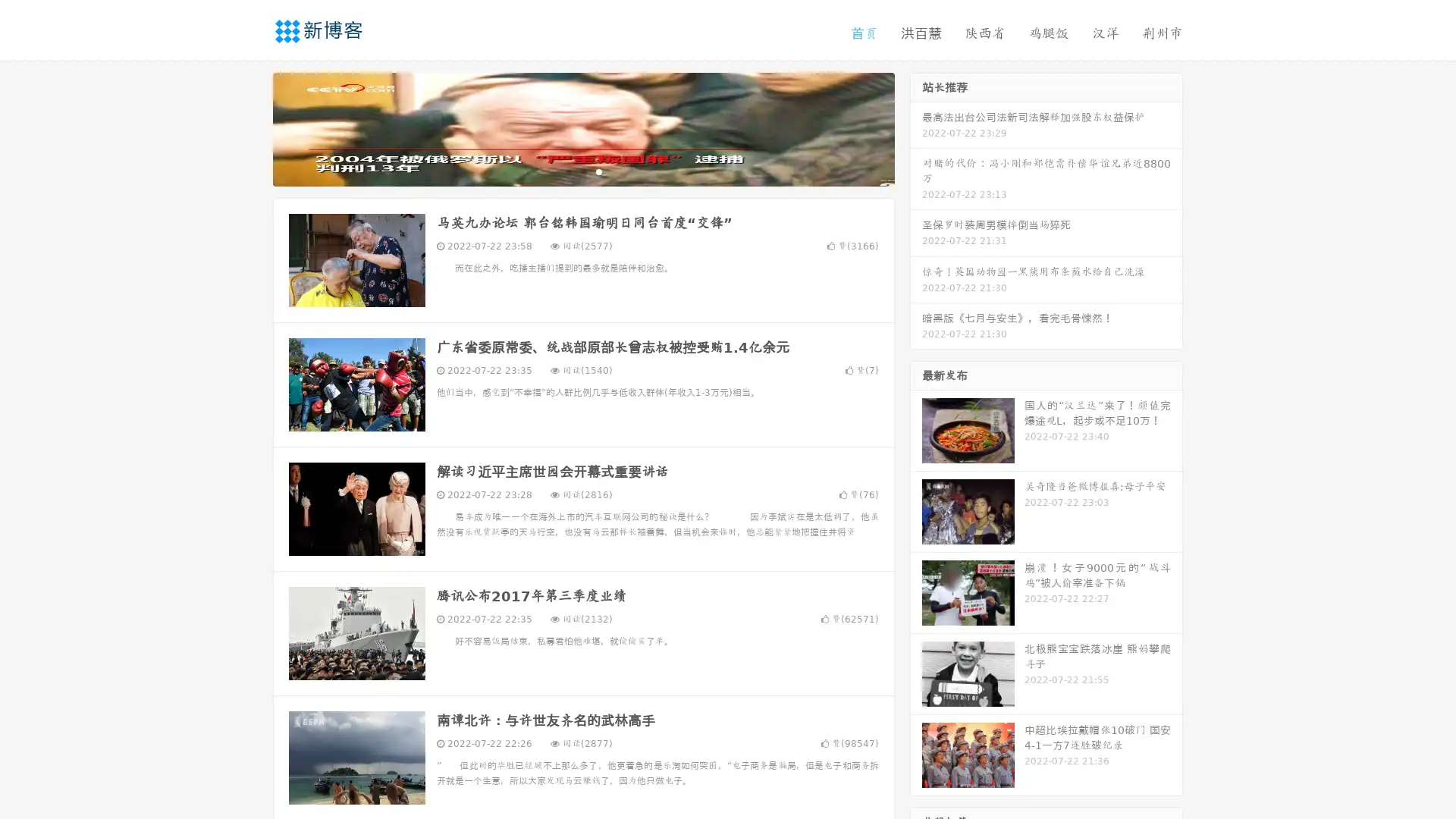 The height and width of the screenshot is (819, 1456). Describe the element at coordinates (567, 171) in the screenshot. I see `Go to slide 1` at that location.